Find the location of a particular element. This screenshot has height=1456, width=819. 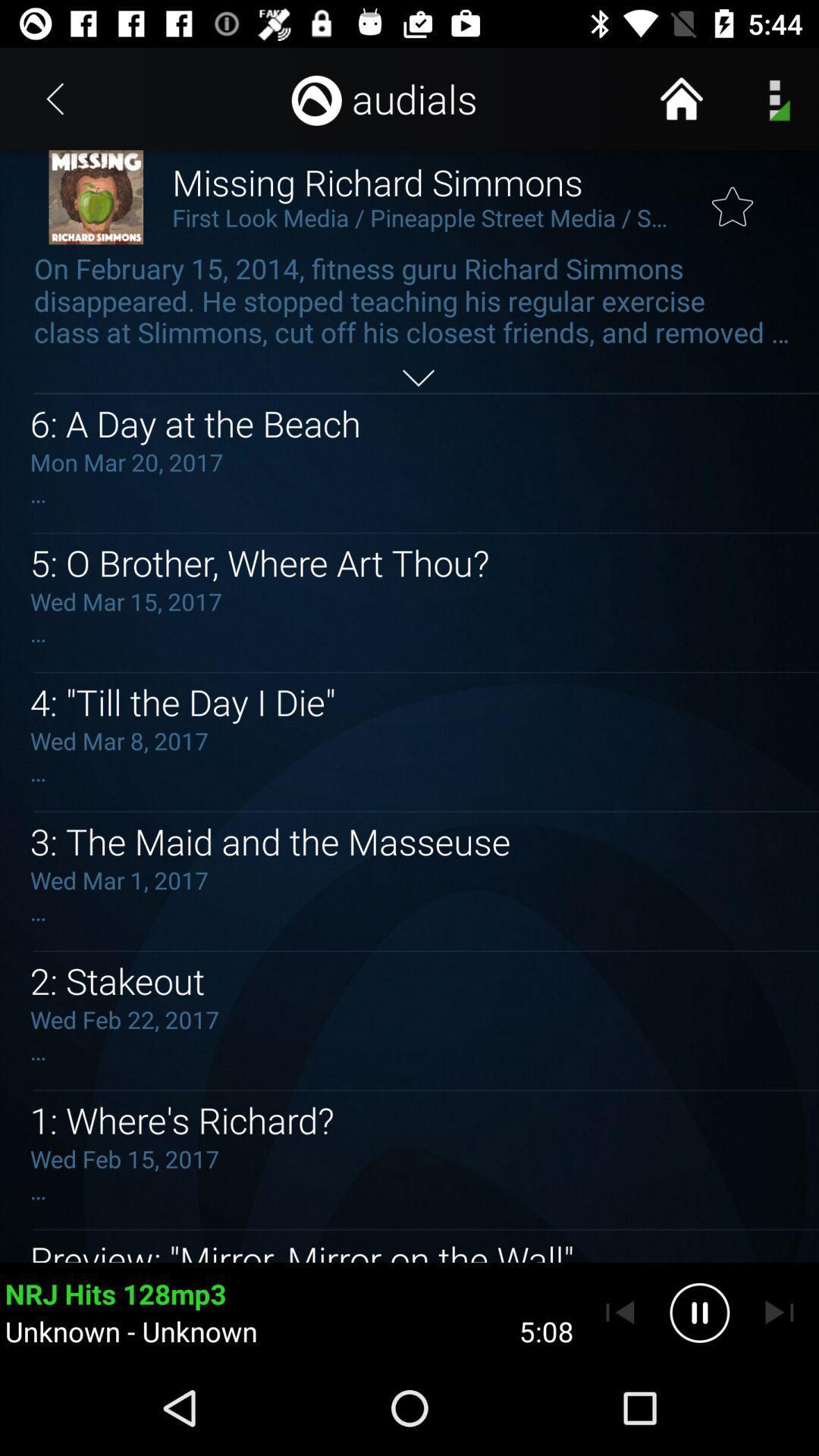

pause music is located at coordinates (699, 1312).